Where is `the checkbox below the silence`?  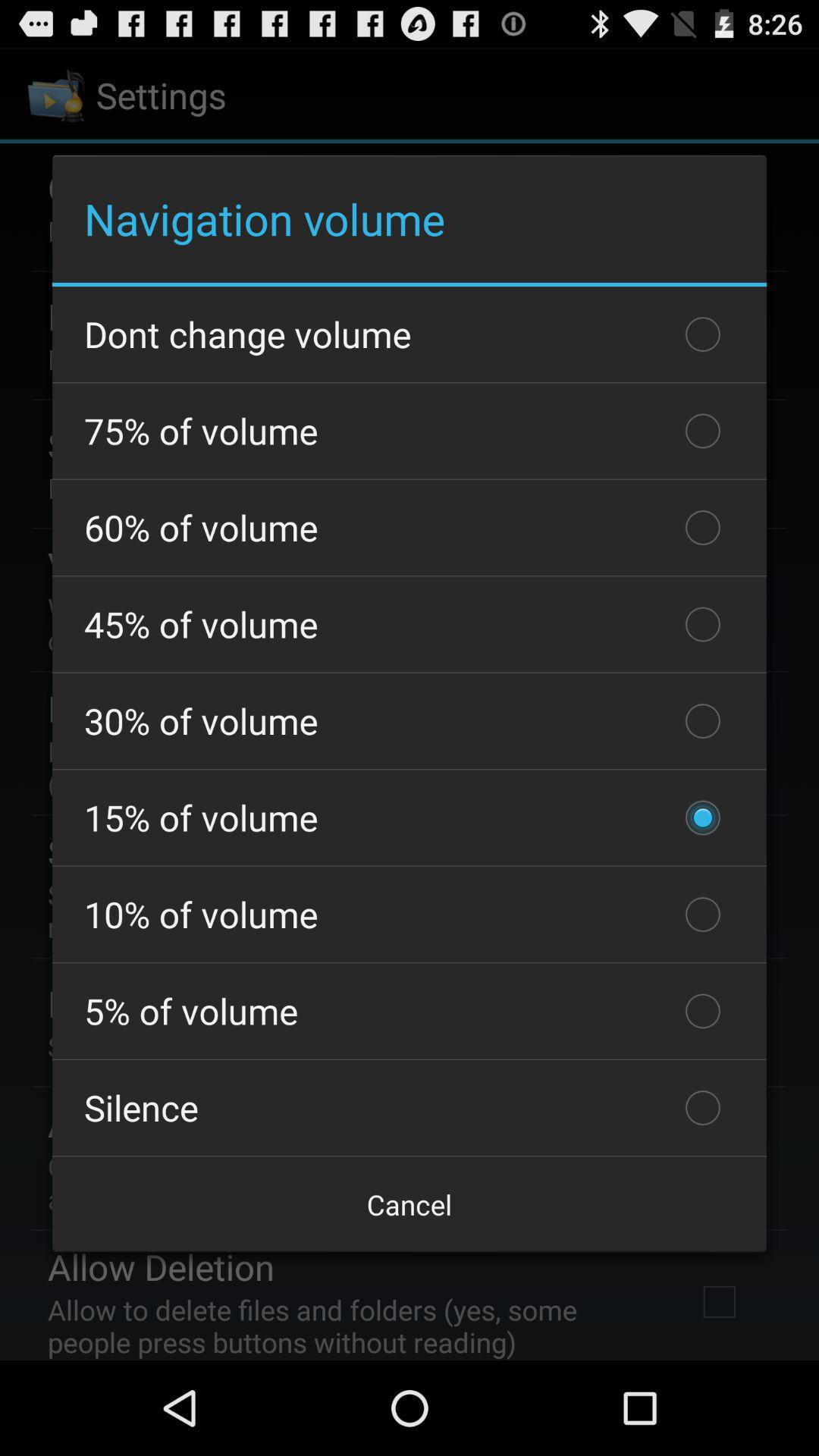
the checkbox below the silence is located at coordinates (409, 1203).